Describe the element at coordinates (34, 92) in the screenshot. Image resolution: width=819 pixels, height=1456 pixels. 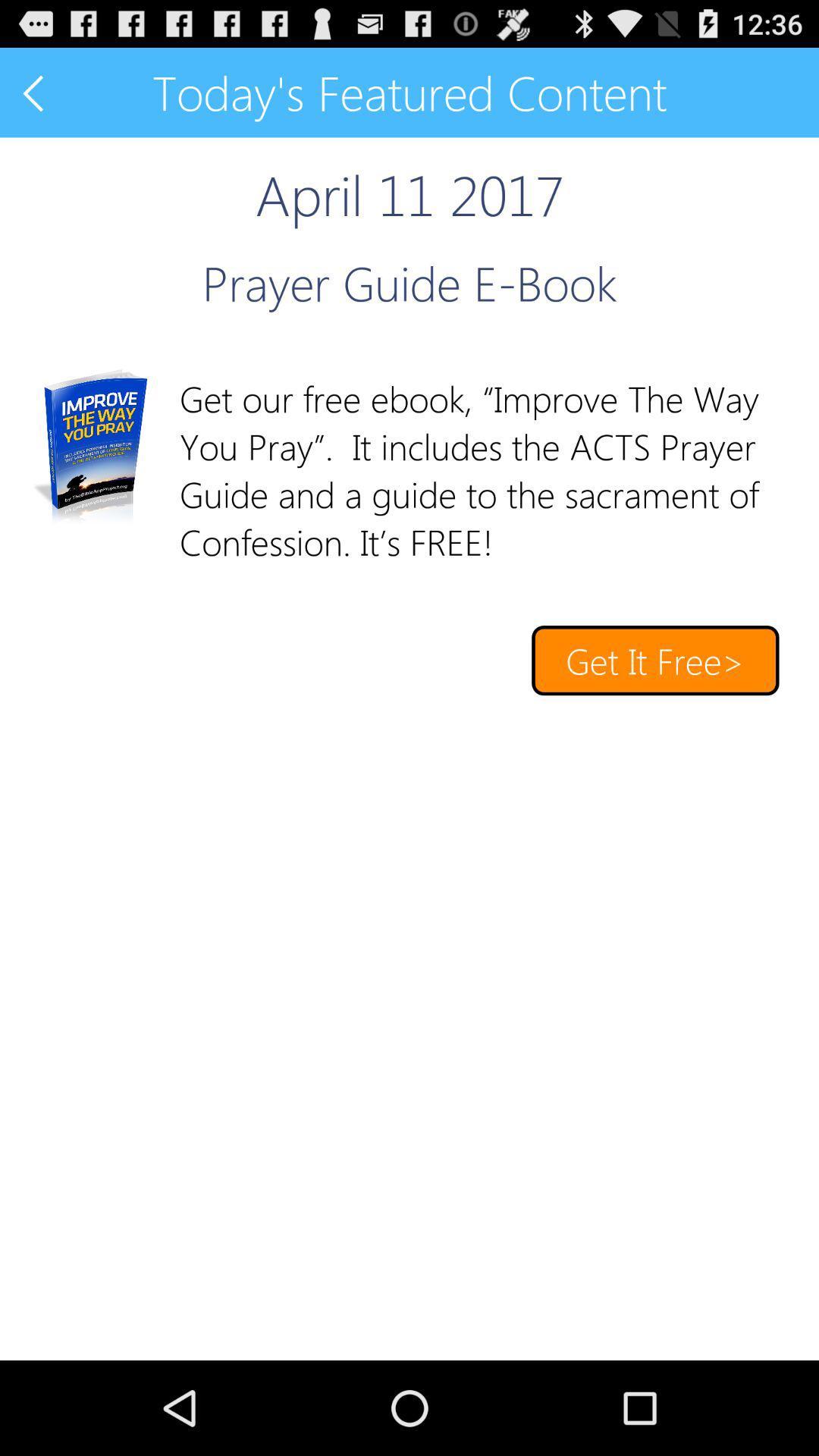
I see `the item above april 11 2017` at that location.